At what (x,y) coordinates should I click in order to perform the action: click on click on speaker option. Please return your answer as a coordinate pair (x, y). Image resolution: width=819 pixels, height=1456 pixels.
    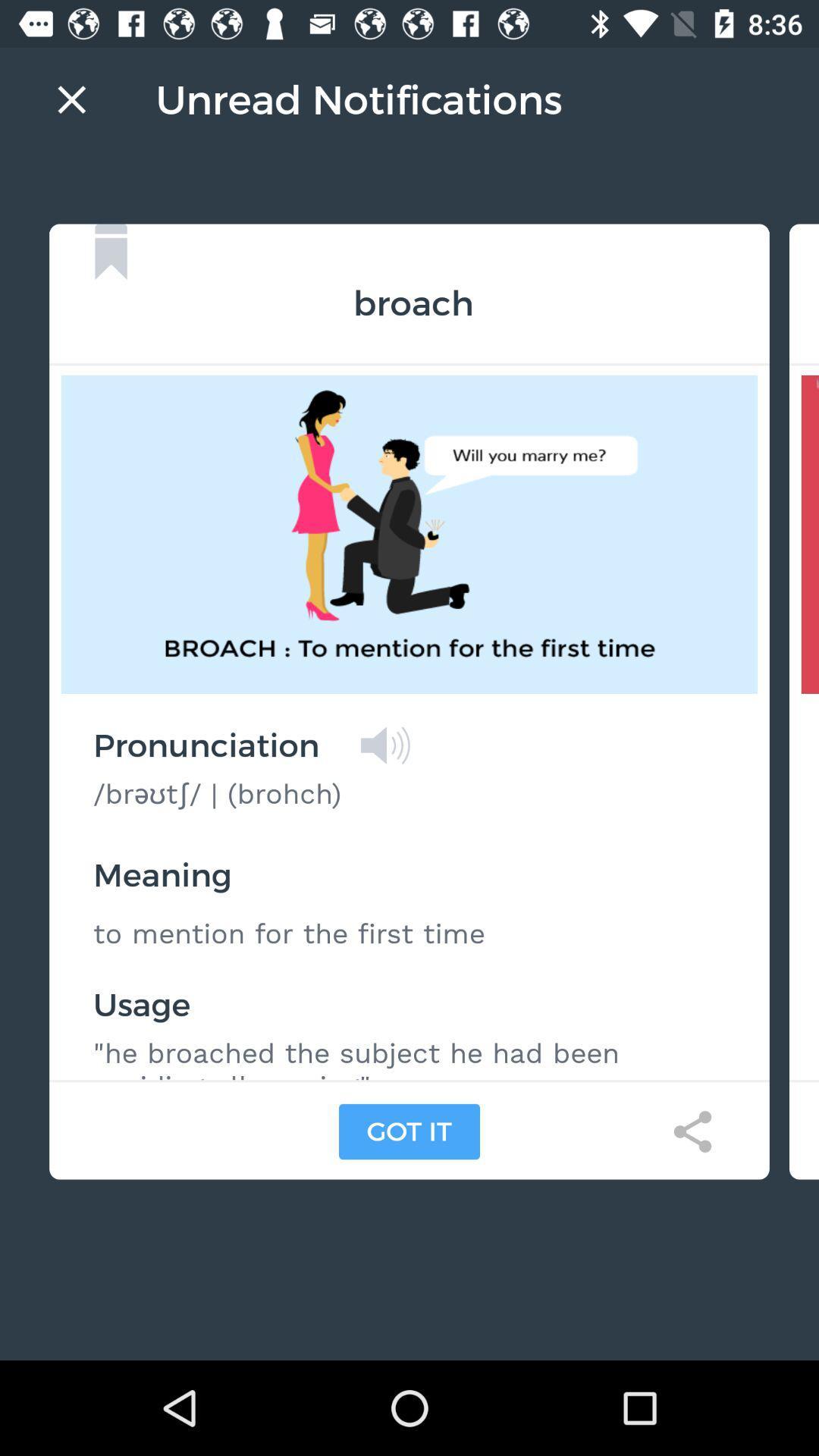
    Looking at the image, I should click on (384, 745).